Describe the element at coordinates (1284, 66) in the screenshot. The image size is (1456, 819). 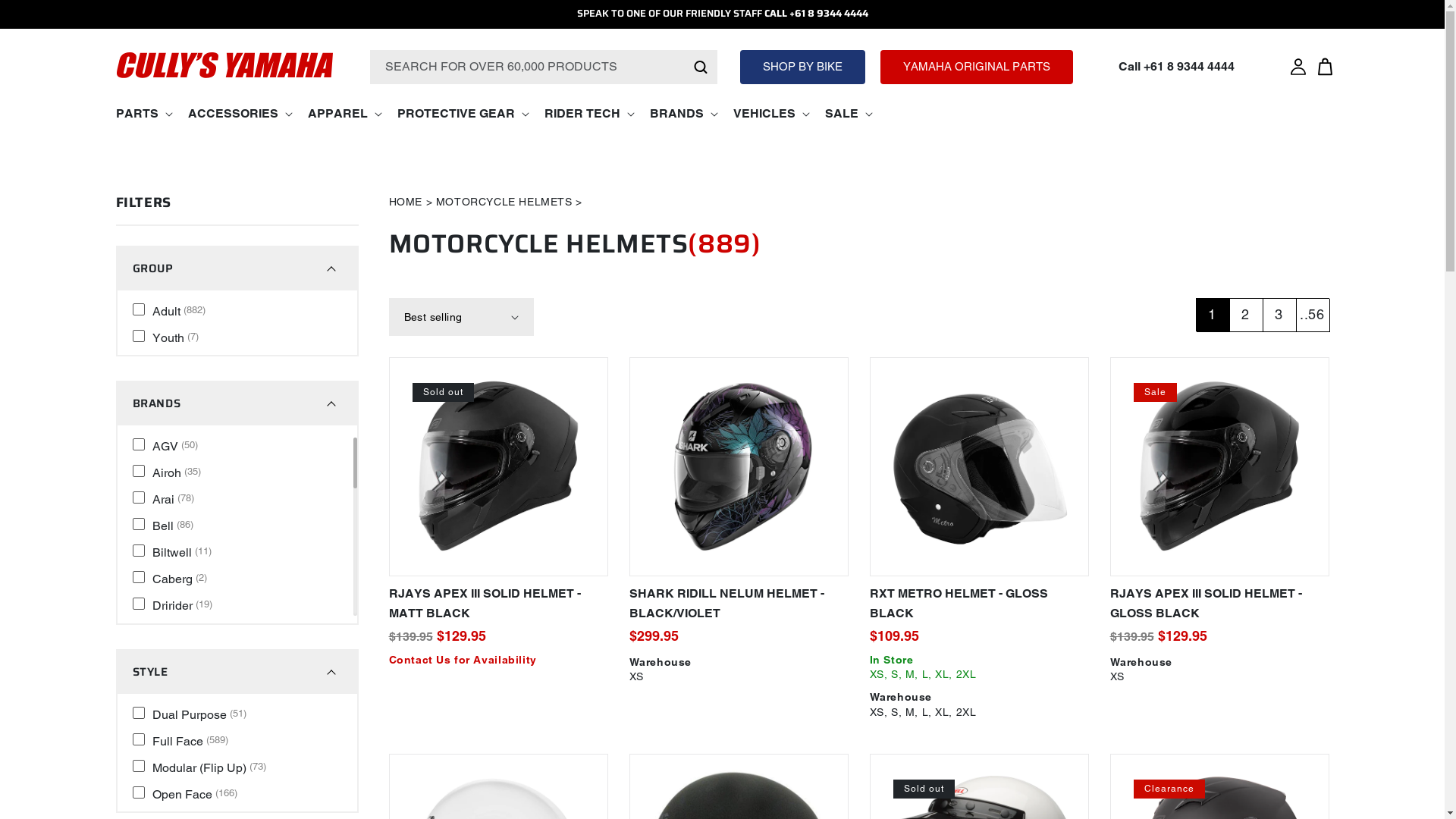
I see `'Log in'` at that location.